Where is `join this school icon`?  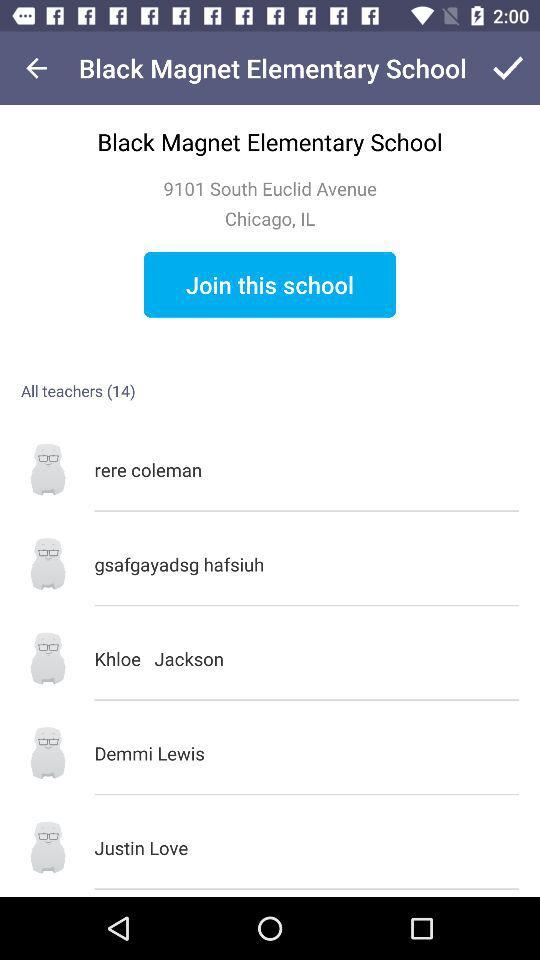 join this school icon is located at coordinates (270, 283).